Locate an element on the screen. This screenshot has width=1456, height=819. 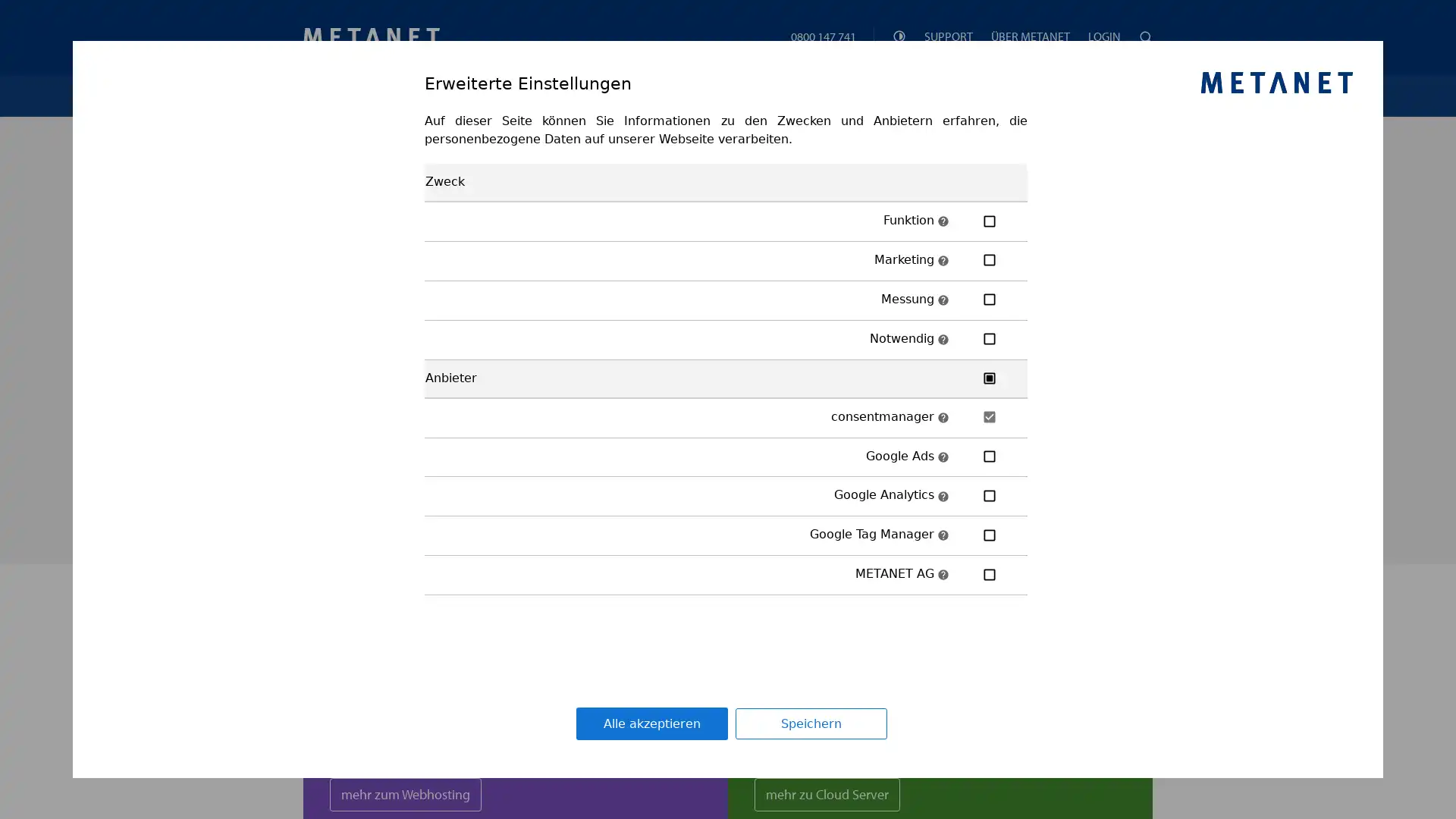
Alle akzeptieren is located at coordinates (651, 723).